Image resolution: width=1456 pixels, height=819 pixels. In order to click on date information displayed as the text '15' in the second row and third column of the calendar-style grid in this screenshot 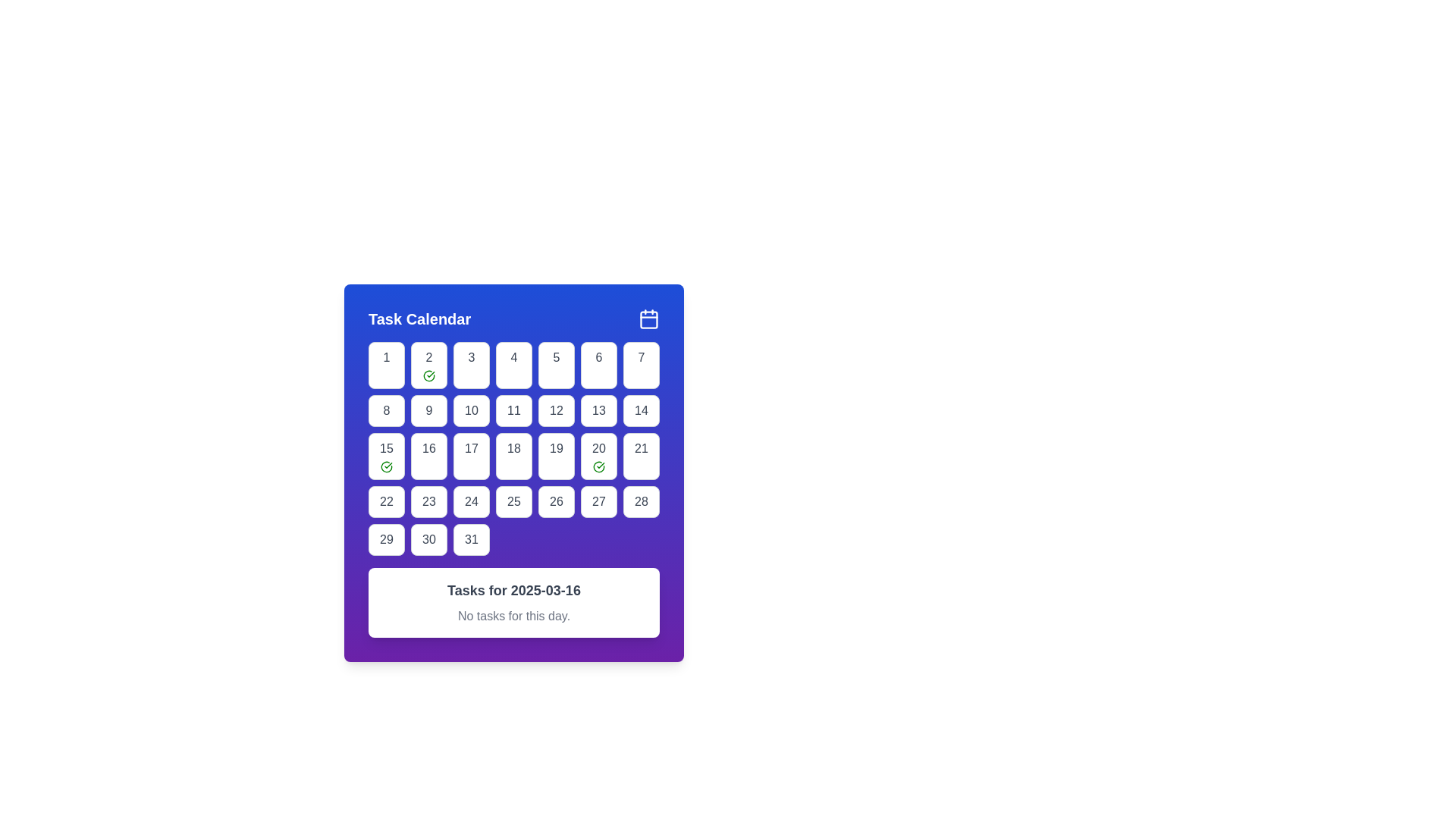, I will do `click(386, 447)`.